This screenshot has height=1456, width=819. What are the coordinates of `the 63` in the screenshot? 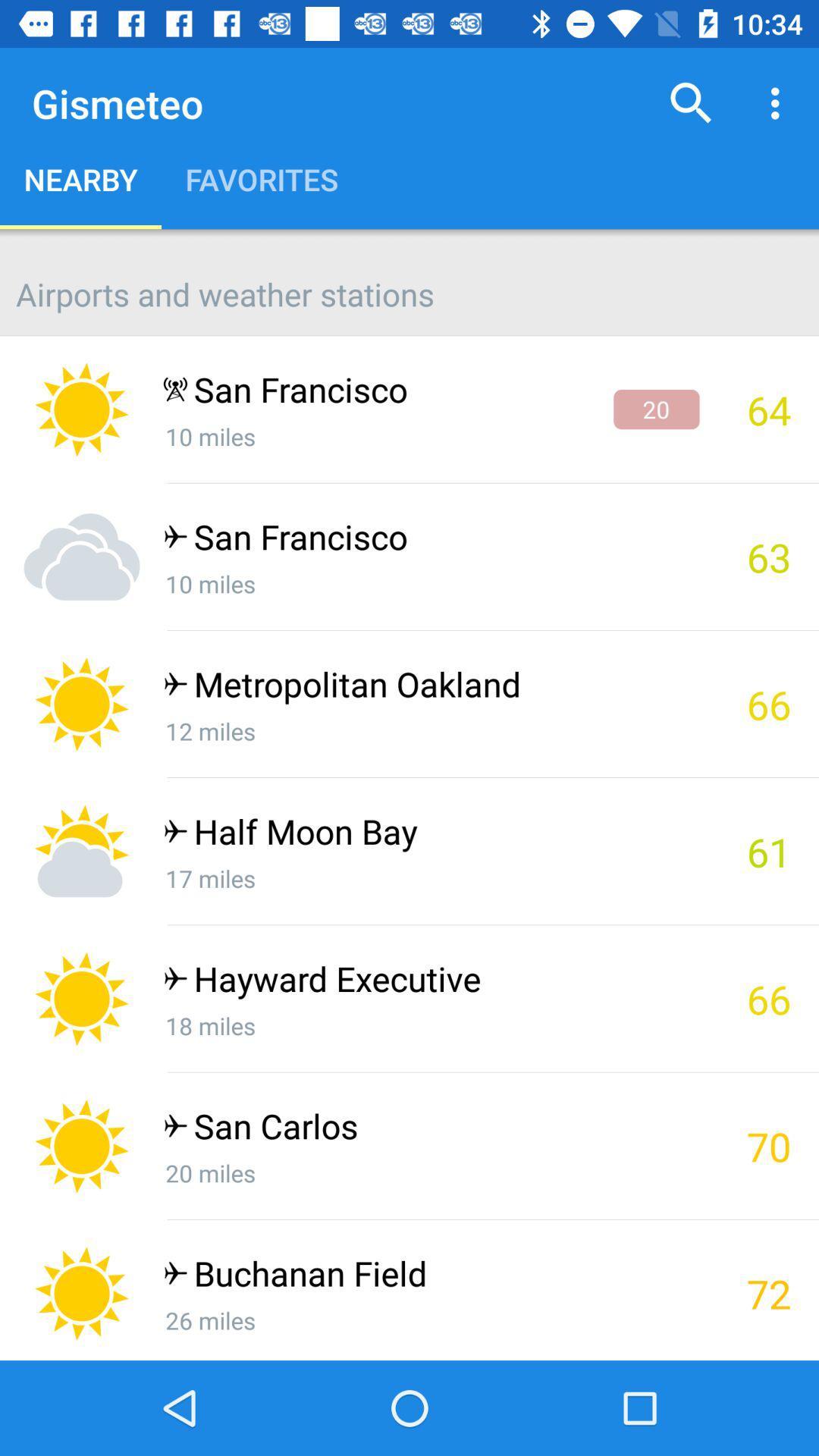 It's located at (759, 556).